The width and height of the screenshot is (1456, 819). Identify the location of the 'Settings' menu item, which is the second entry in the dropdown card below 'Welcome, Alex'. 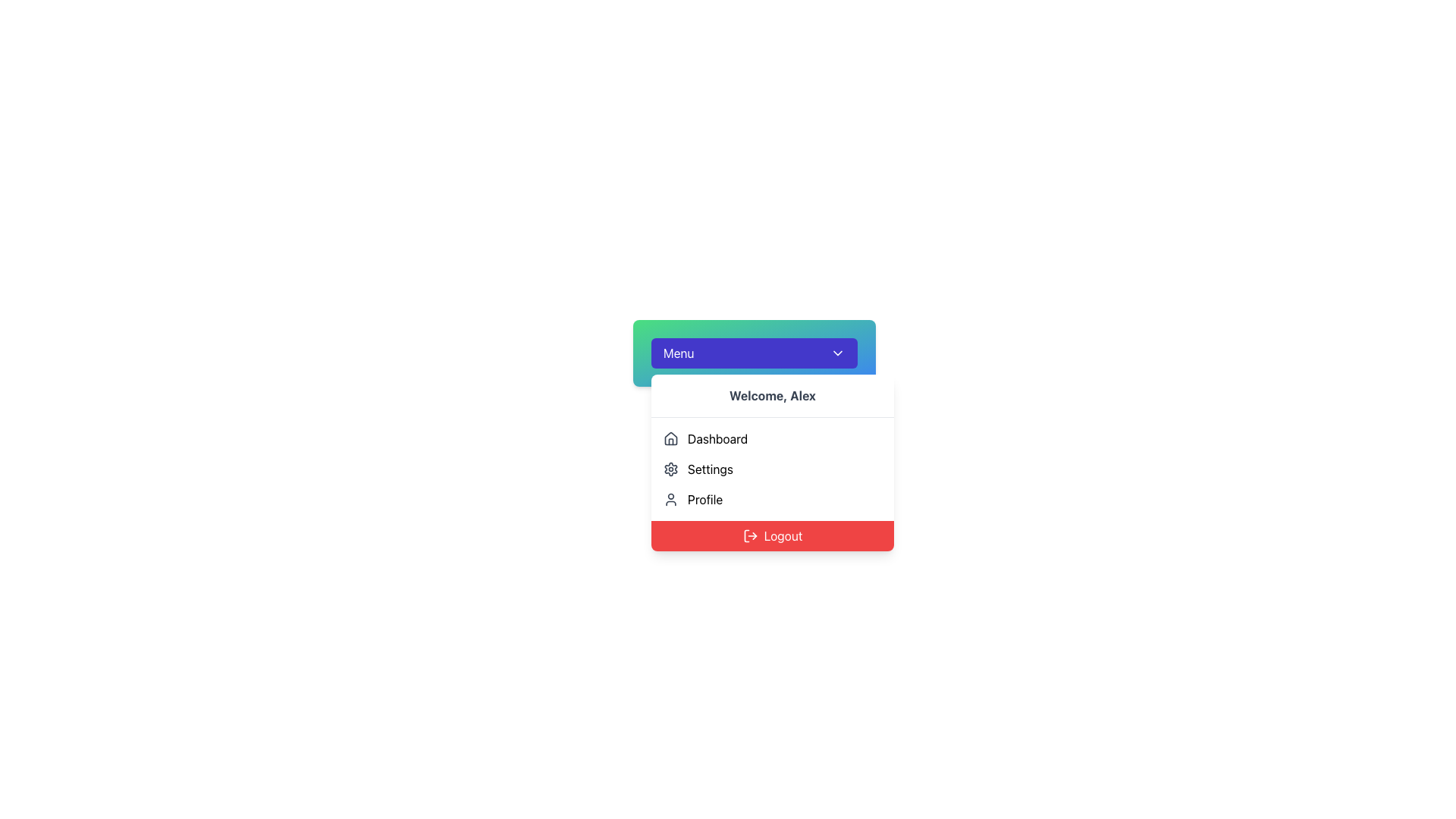
(772, 468).